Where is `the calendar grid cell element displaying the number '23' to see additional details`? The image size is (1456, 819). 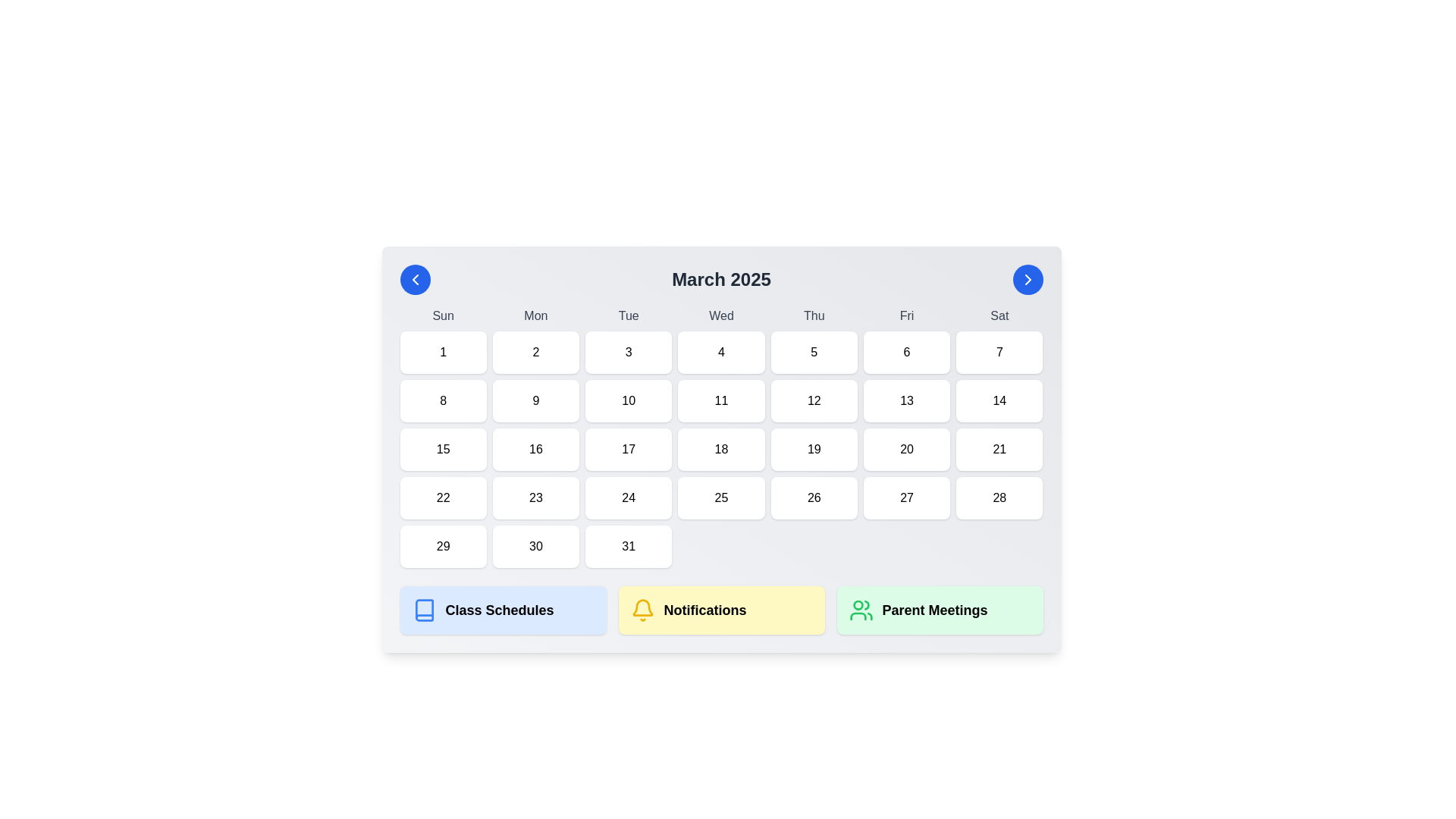
the calendar grid cell element displaying the number '23' to see additional details is located at coordinates (535, 497).